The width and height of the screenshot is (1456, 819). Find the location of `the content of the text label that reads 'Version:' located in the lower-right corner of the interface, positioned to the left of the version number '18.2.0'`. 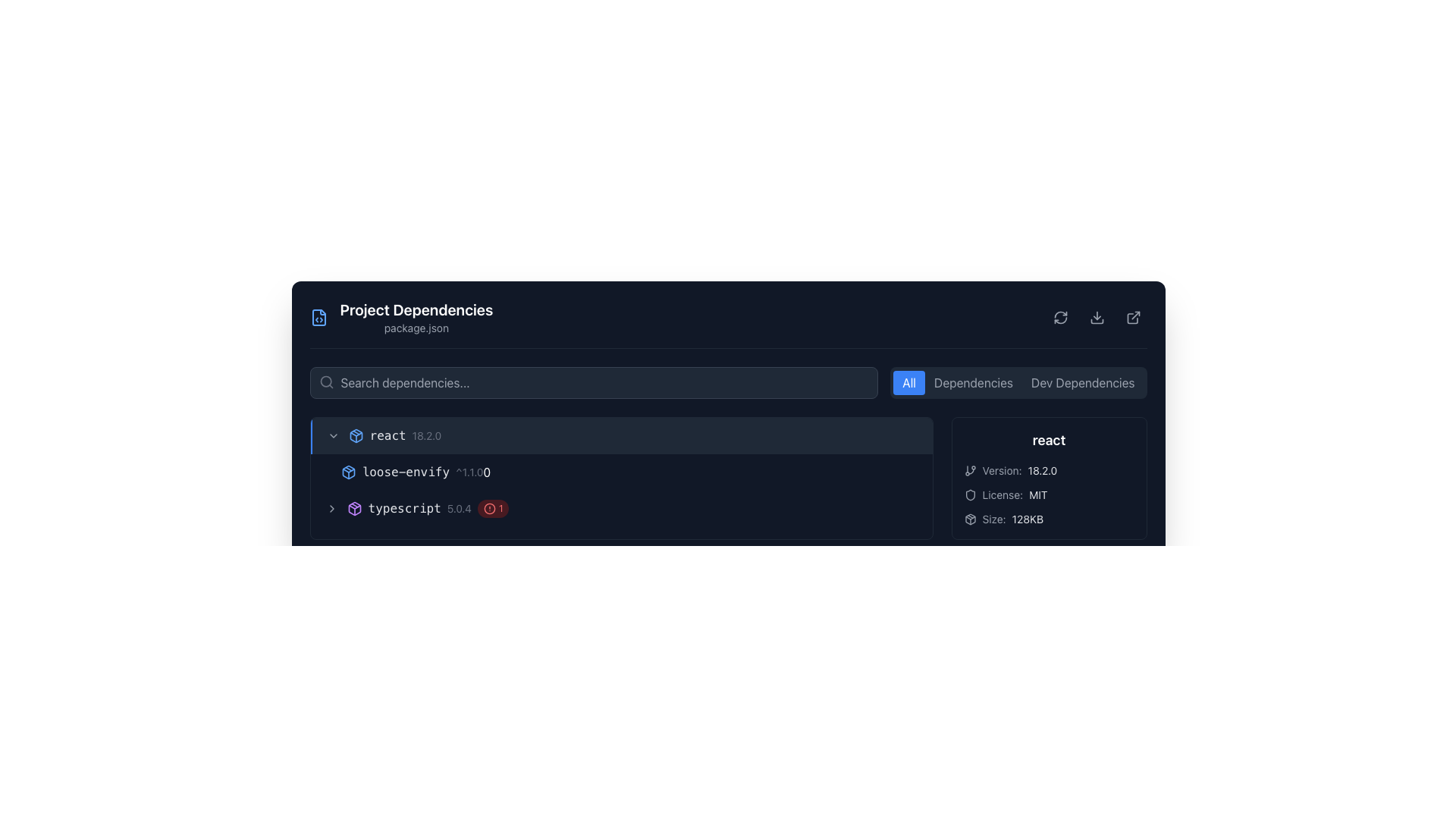

the content of the text label that reads 'Version:' located in the lower-right corner of the interface, positioned to the left of the version number '18.2.0' is located at coordinates (1002, 470).